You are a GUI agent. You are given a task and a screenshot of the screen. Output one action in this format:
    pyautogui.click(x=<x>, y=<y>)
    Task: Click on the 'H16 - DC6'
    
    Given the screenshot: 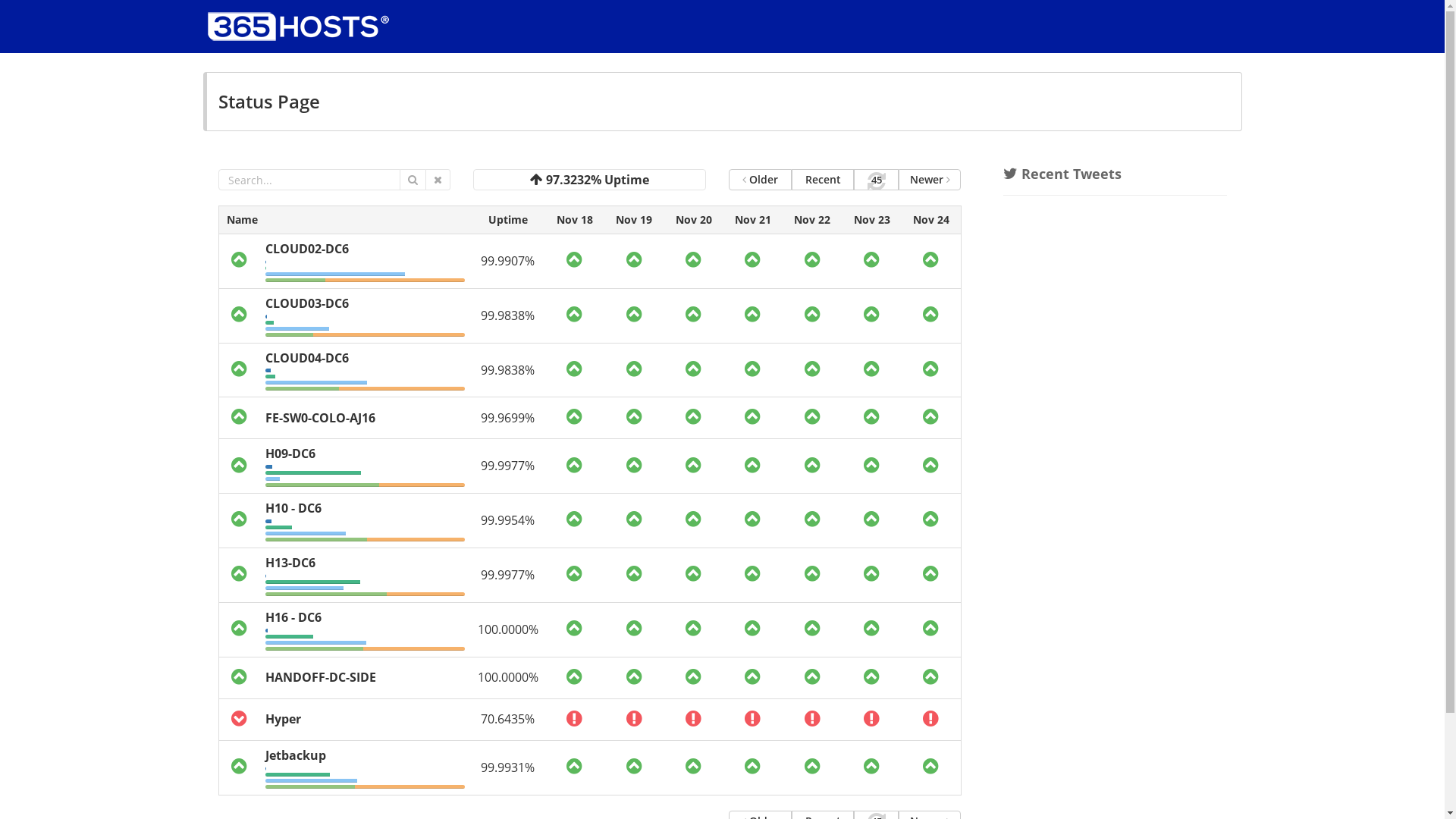 What is the action you would take?
    pyautogui.click(x=293, y=617)
    